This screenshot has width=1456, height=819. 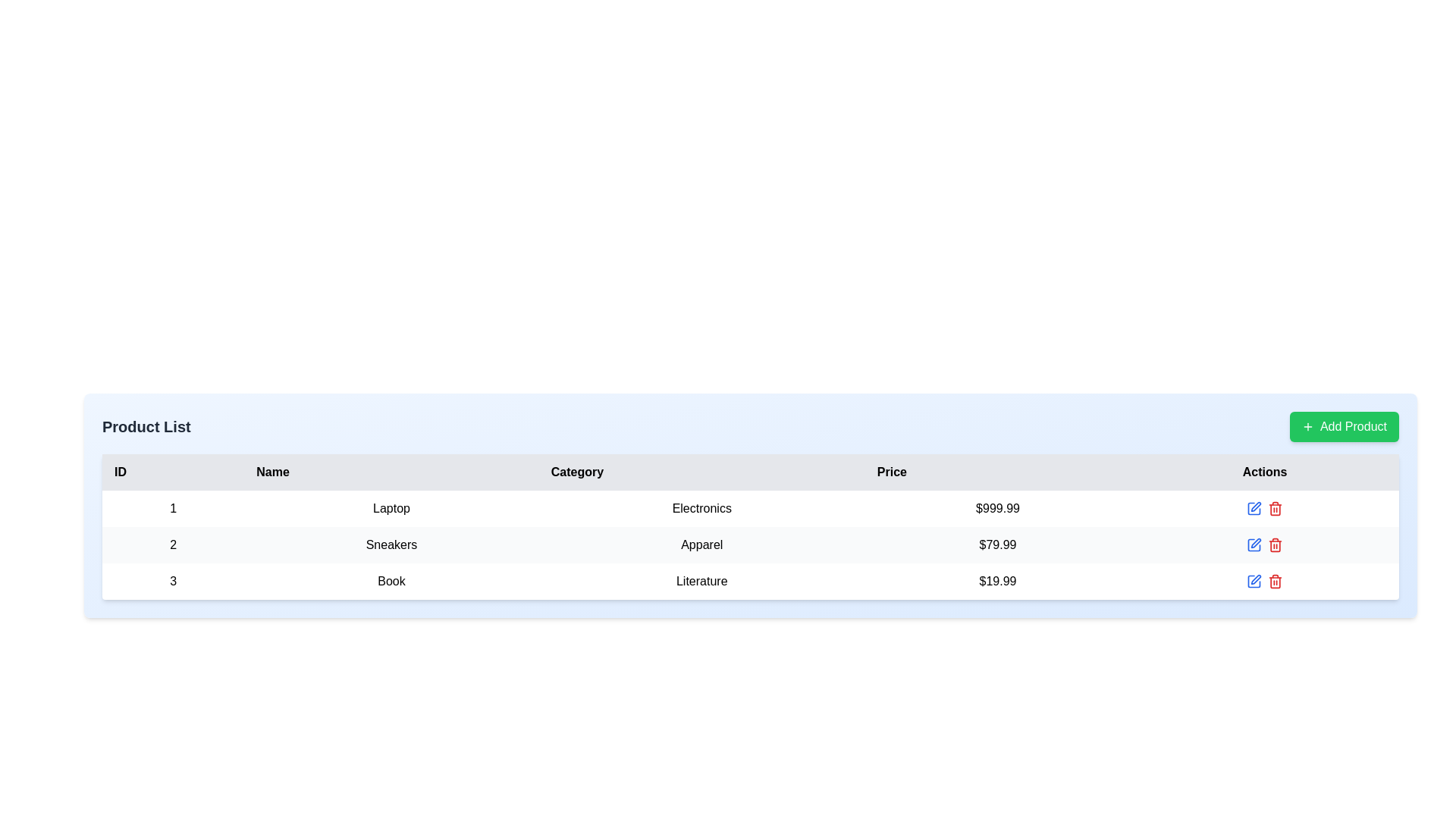 What do you see at coordinates (997, 581) in the screenshot?
I see `the static text element that displays the price of the product labeled as 'Book', located in the last row of the table under the 'Price' column` at bounding box center [997, 581].